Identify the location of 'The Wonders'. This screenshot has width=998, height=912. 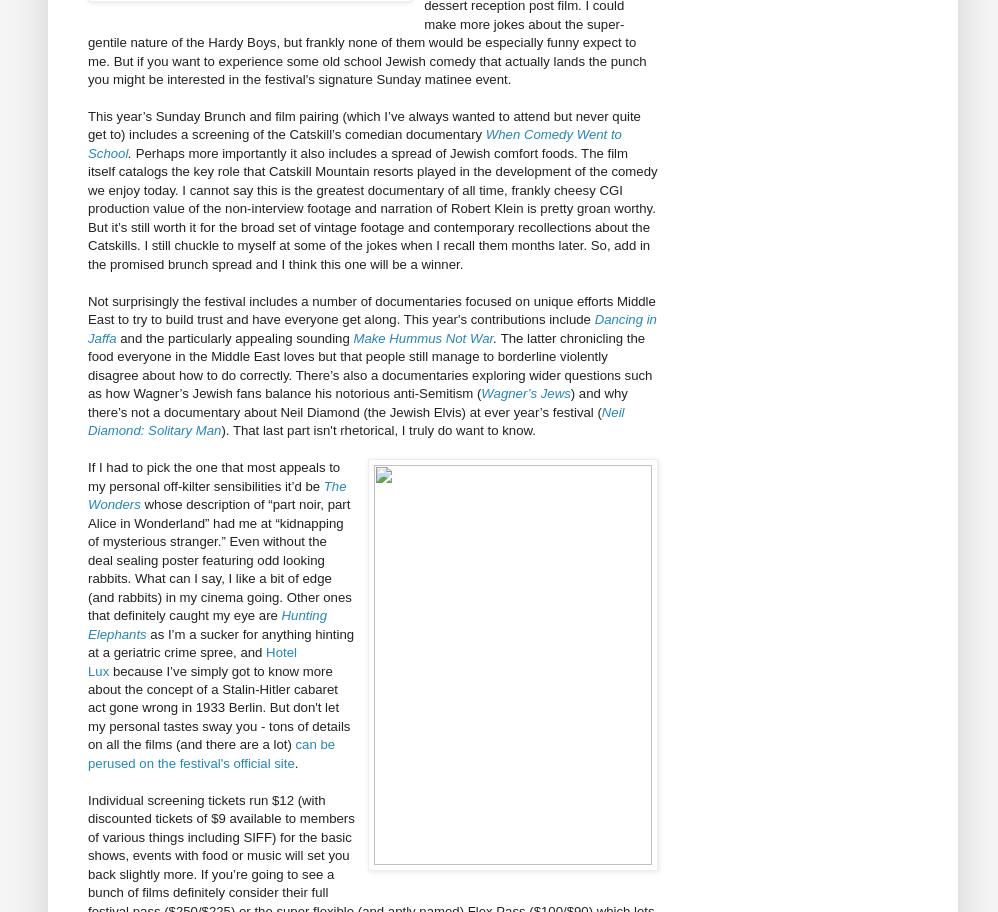
(216, 494).